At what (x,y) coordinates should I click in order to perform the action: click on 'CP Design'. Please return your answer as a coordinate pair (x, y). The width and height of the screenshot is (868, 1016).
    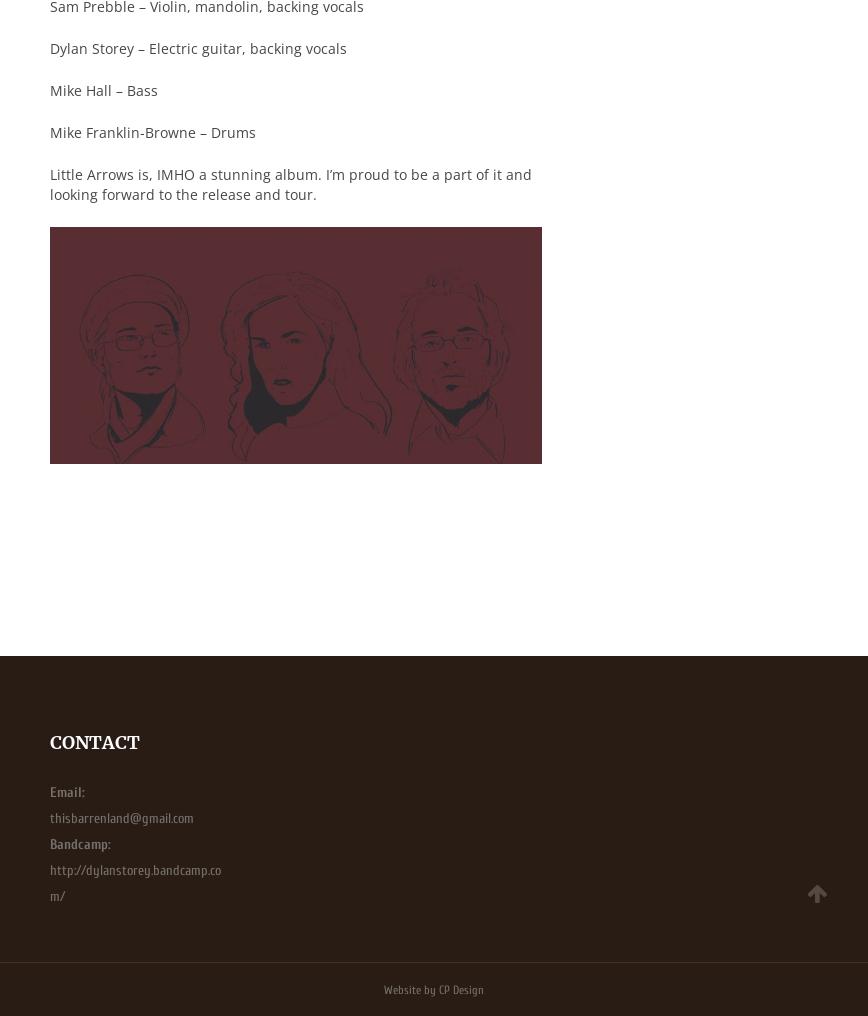
    Looking at the image, I should click on (438, 988).